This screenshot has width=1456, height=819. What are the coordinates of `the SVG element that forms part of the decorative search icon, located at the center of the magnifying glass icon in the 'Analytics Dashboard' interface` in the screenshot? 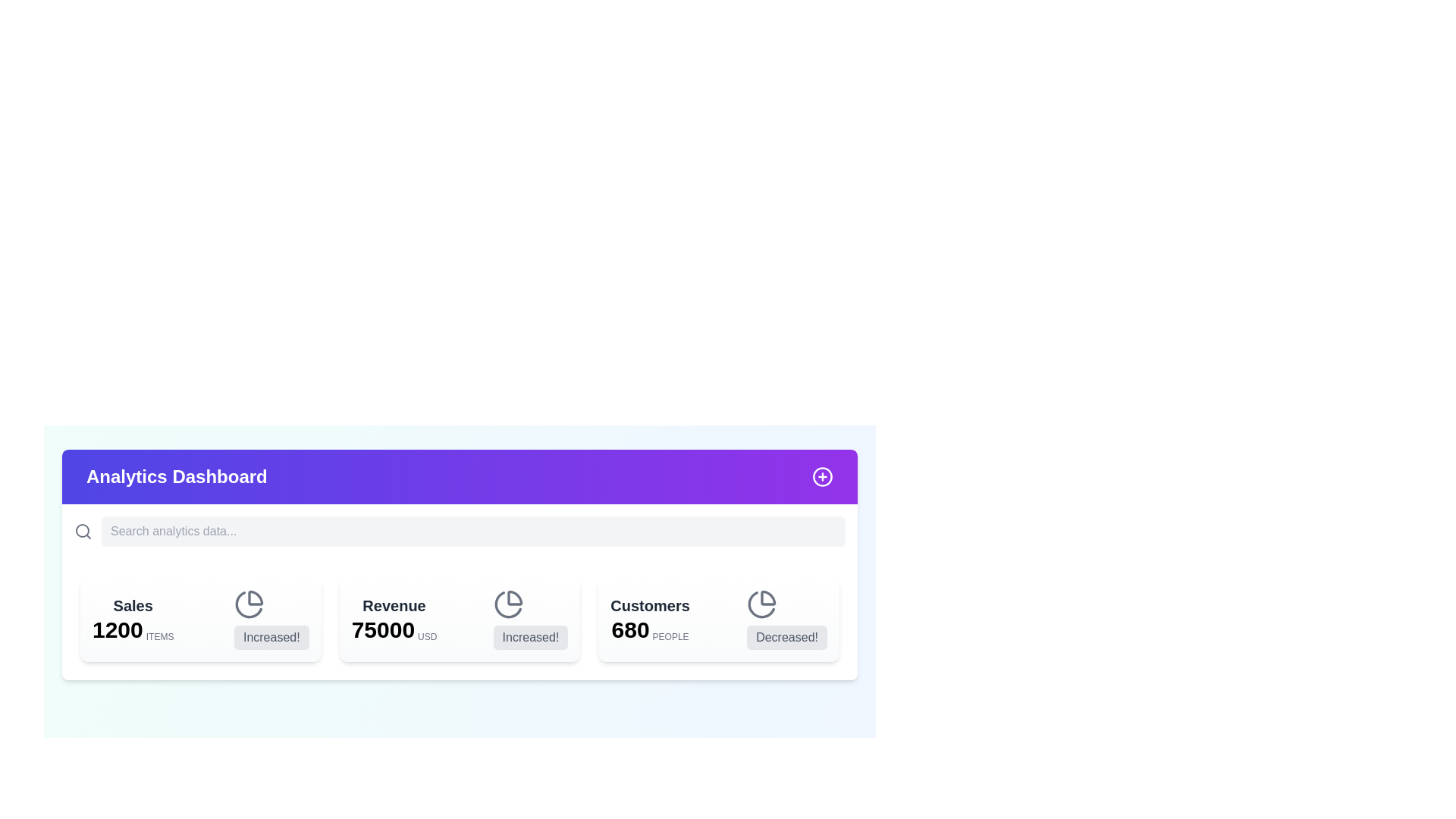 It's located at (82, 529).